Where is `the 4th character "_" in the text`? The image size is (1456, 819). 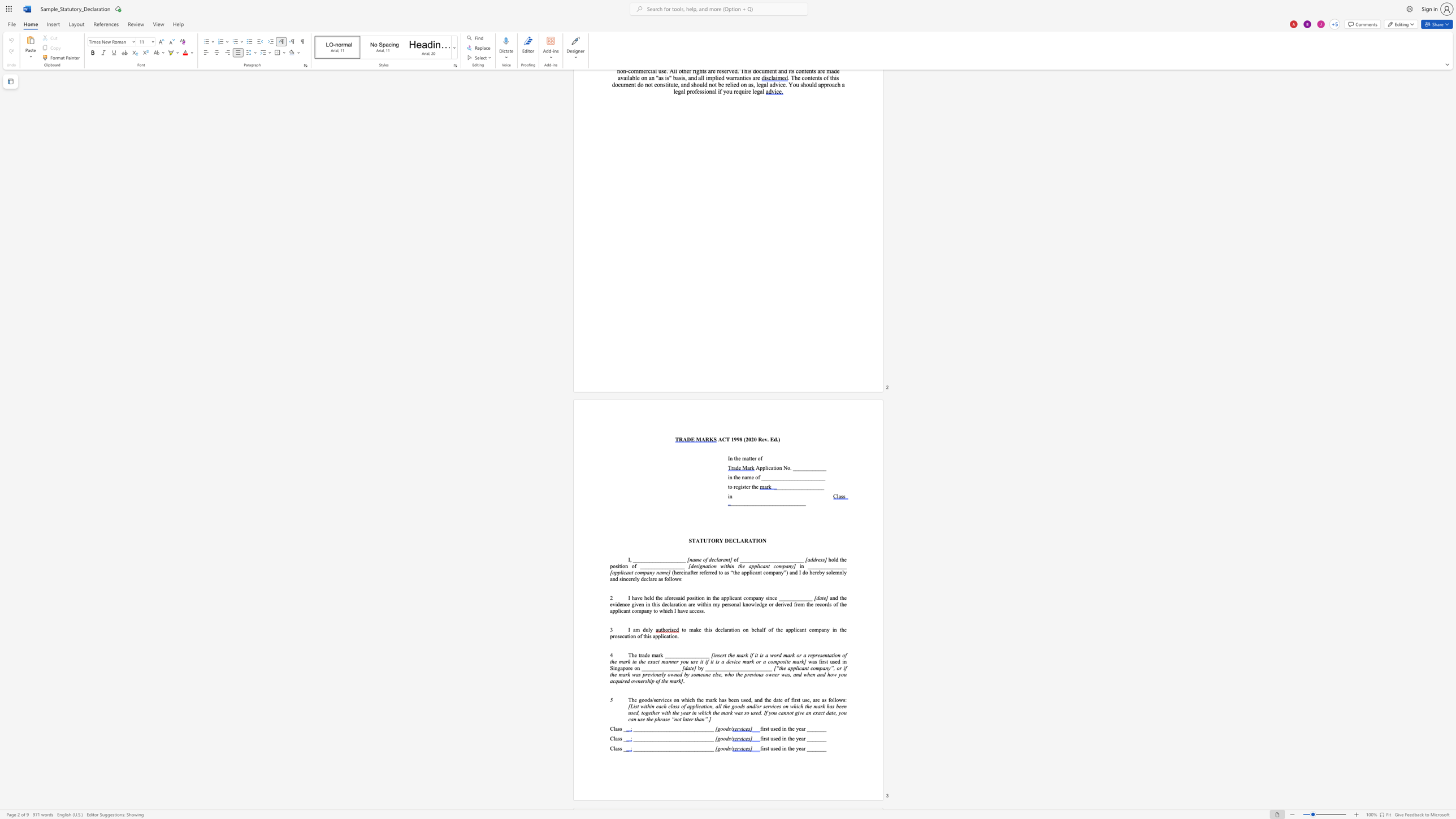
the 4th character "_" in the text is located at coordinates (740, 503).